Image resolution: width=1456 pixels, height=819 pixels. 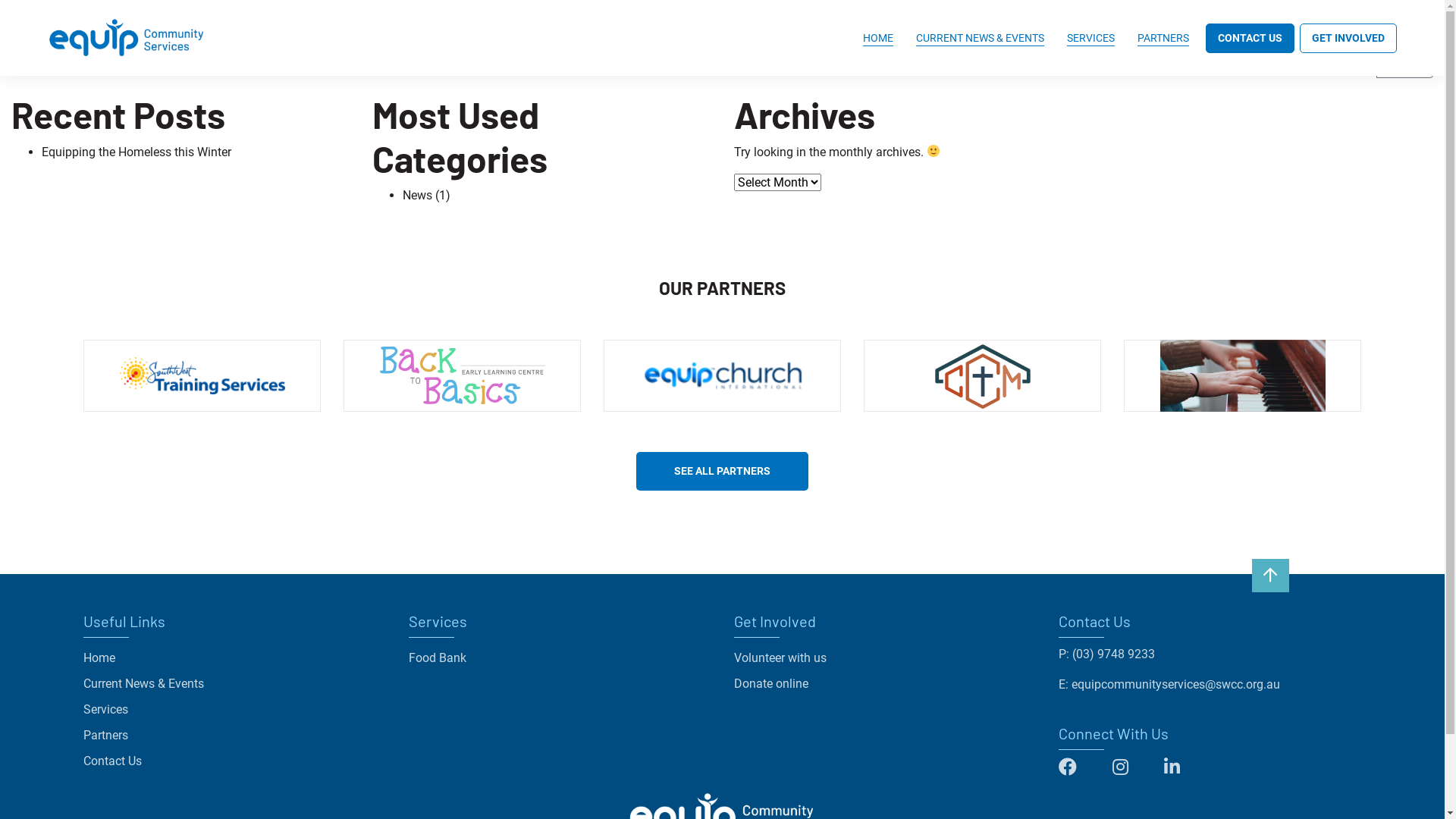 What do you see at coordinates (1137, 37) in the screenshot?
I see `'PARTNERS'` at bounding box center [1137, 37].